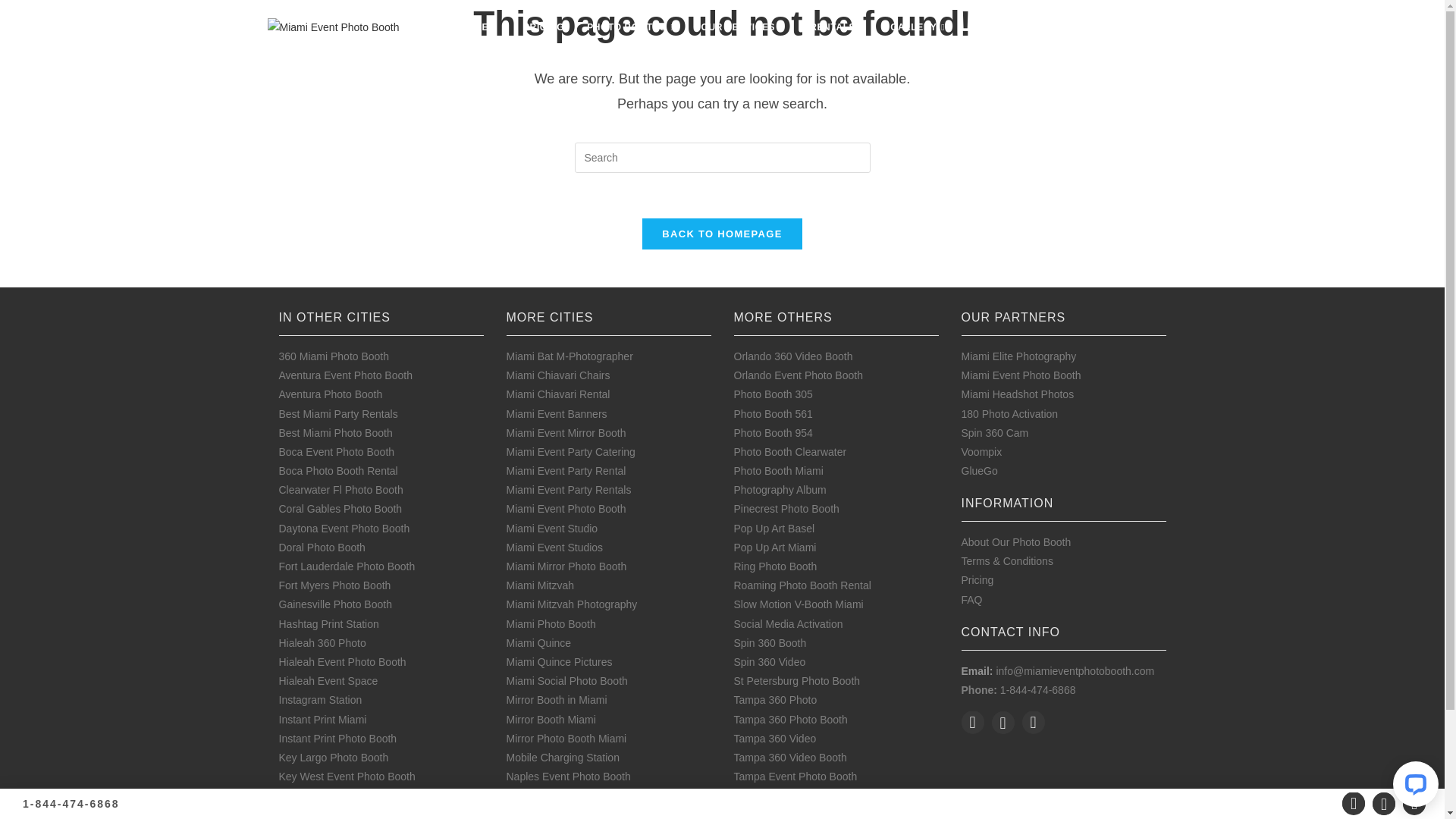 This screenshot has height=819, width=1456. What do you see at coordinates (506, 375) in the screenshot?
I see `'Miami Chiavari Chairs'` at bounding box center [506, 375].